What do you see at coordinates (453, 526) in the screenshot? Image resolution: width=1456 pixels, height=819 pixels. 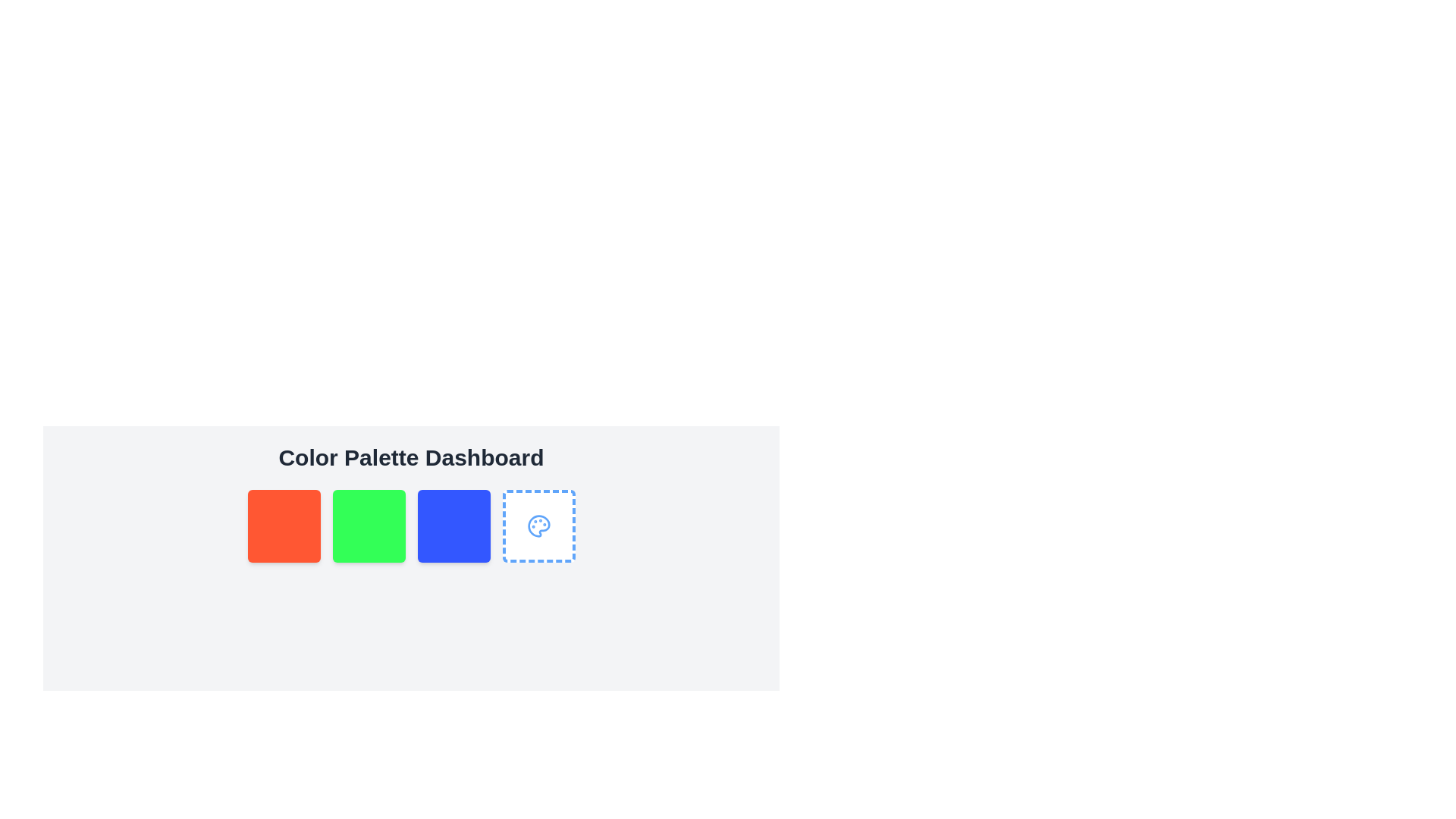 I see `the blue square with rounded corners located in the third position of a horizontal arrangement of four squares` at bounding box center [453, 526].